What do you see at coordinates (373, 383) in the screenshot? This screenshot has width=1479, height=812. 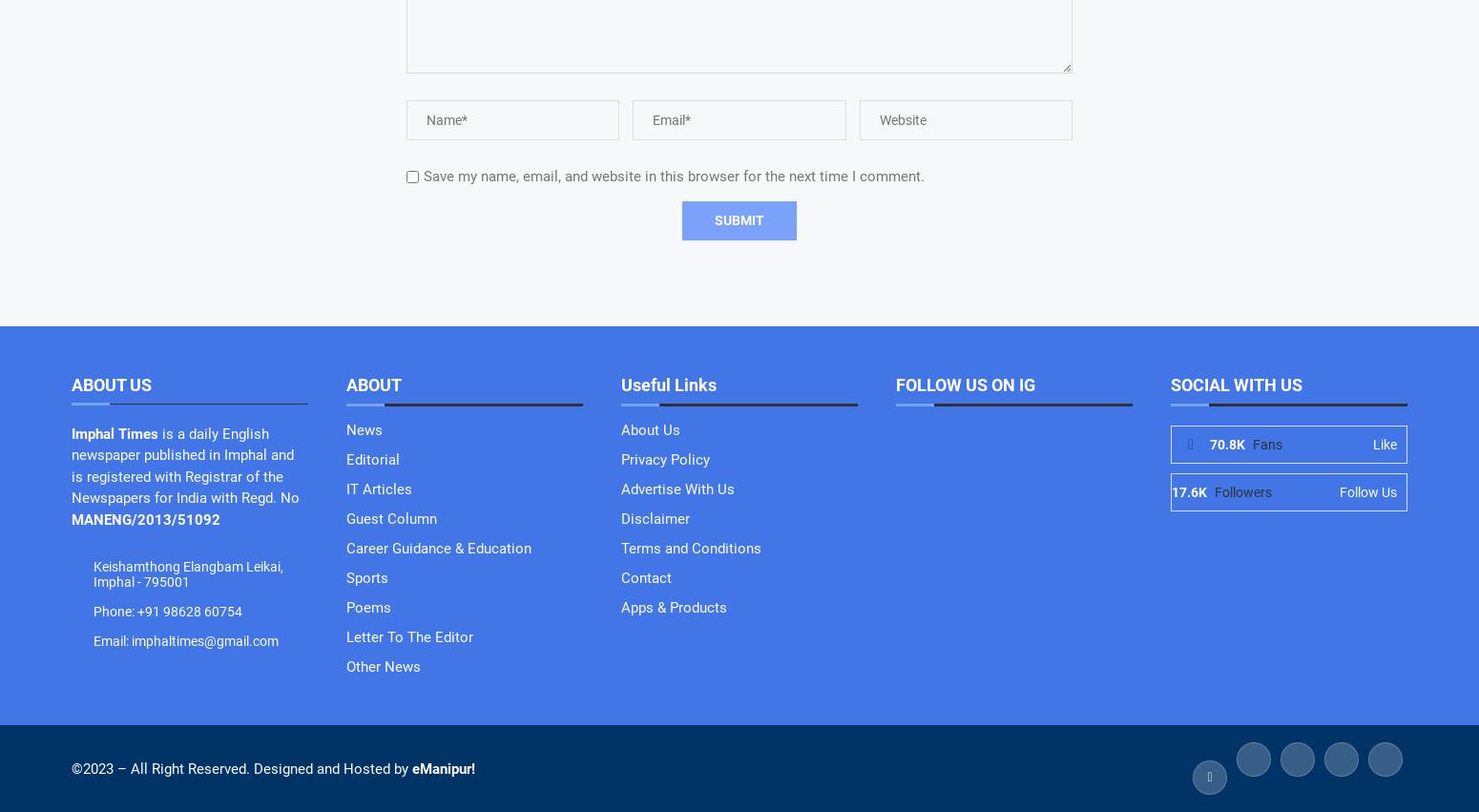 I see `'ABOUT'` at bounding box center [373, 383].